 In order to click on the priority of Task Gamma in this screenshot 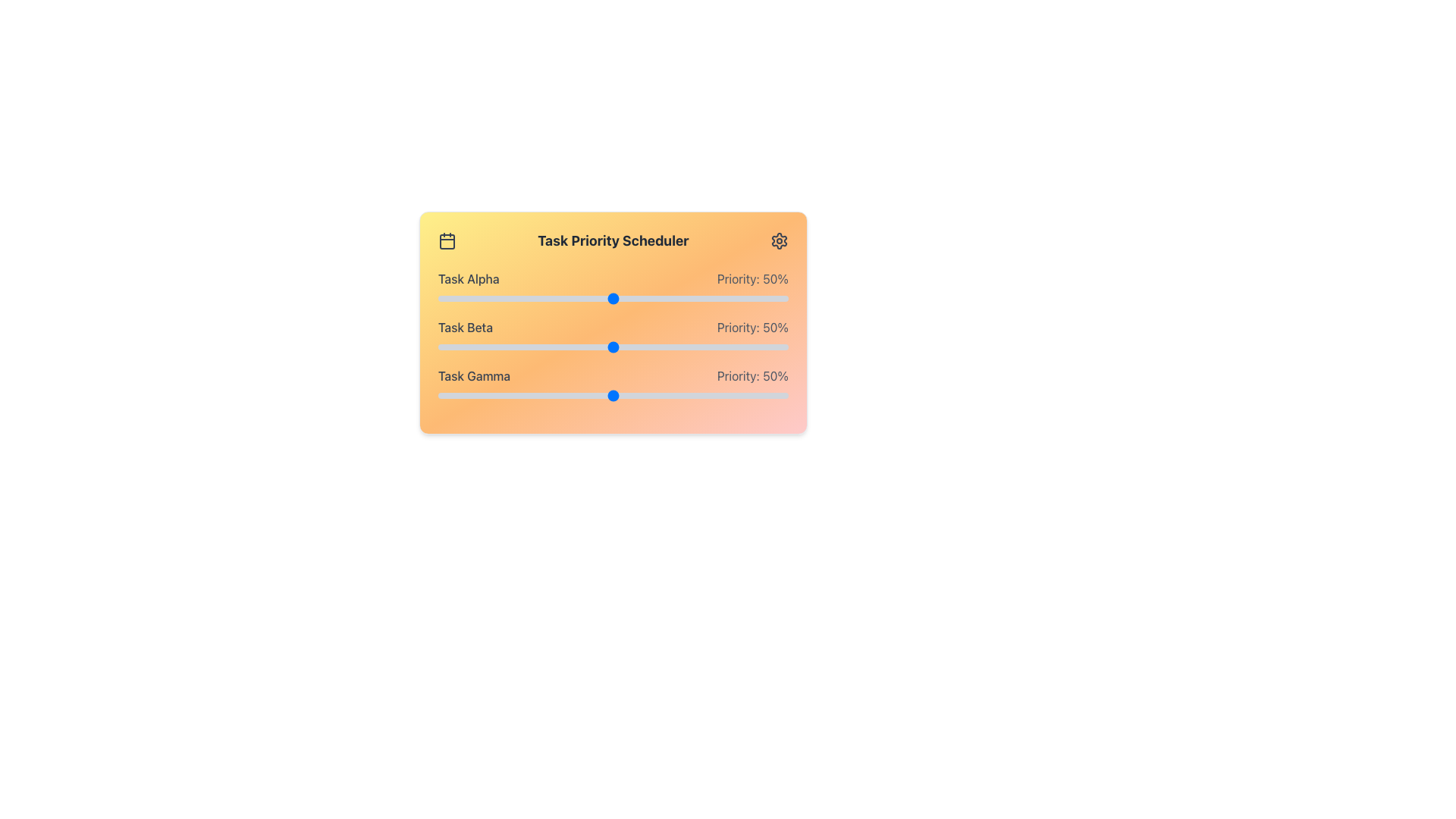, I will do `click(770, 394)`.